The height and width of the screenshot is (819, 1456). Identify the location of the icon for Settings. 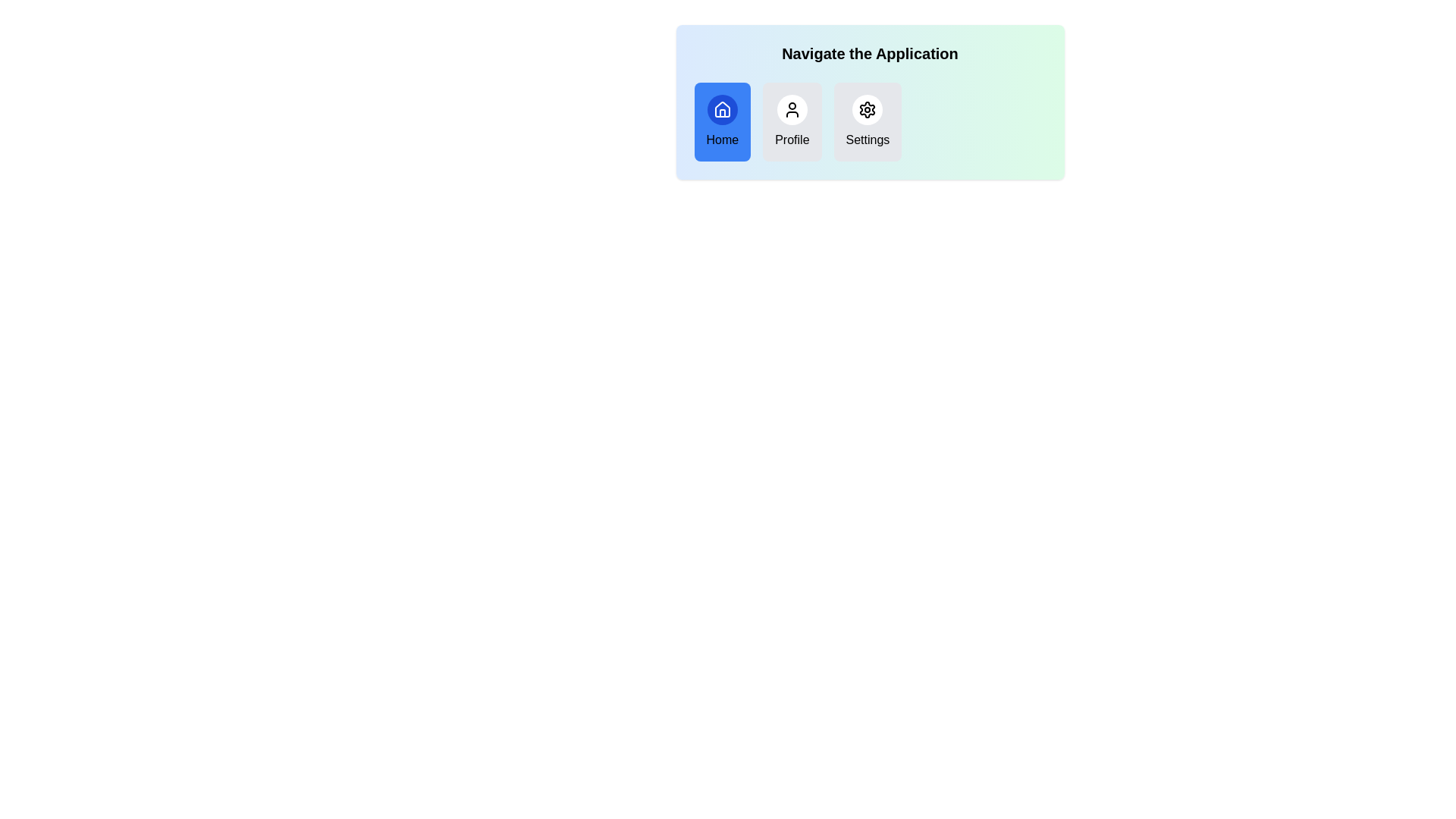
(868, 109).